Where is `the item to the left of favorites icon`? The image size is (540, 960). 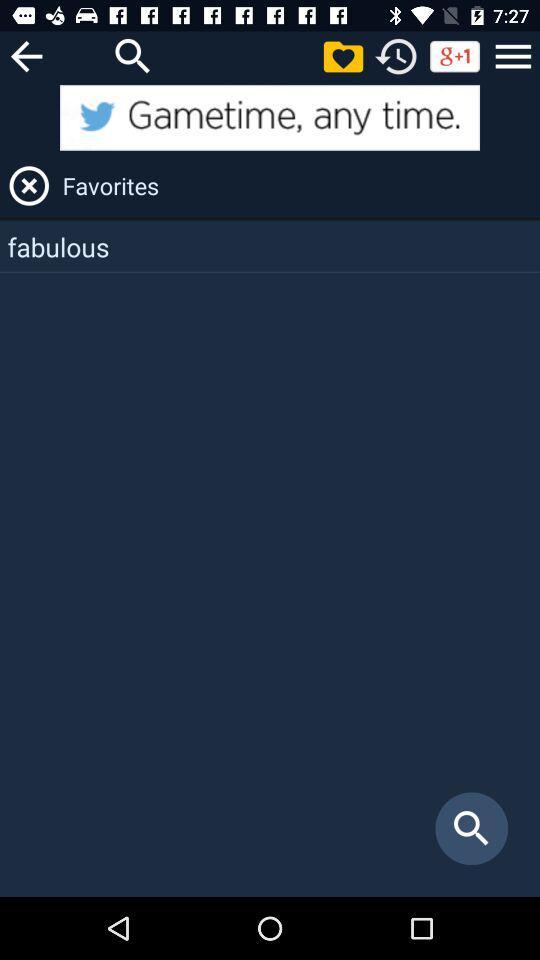 the item to the left of favorites icon is located at coordinates (28, 186).